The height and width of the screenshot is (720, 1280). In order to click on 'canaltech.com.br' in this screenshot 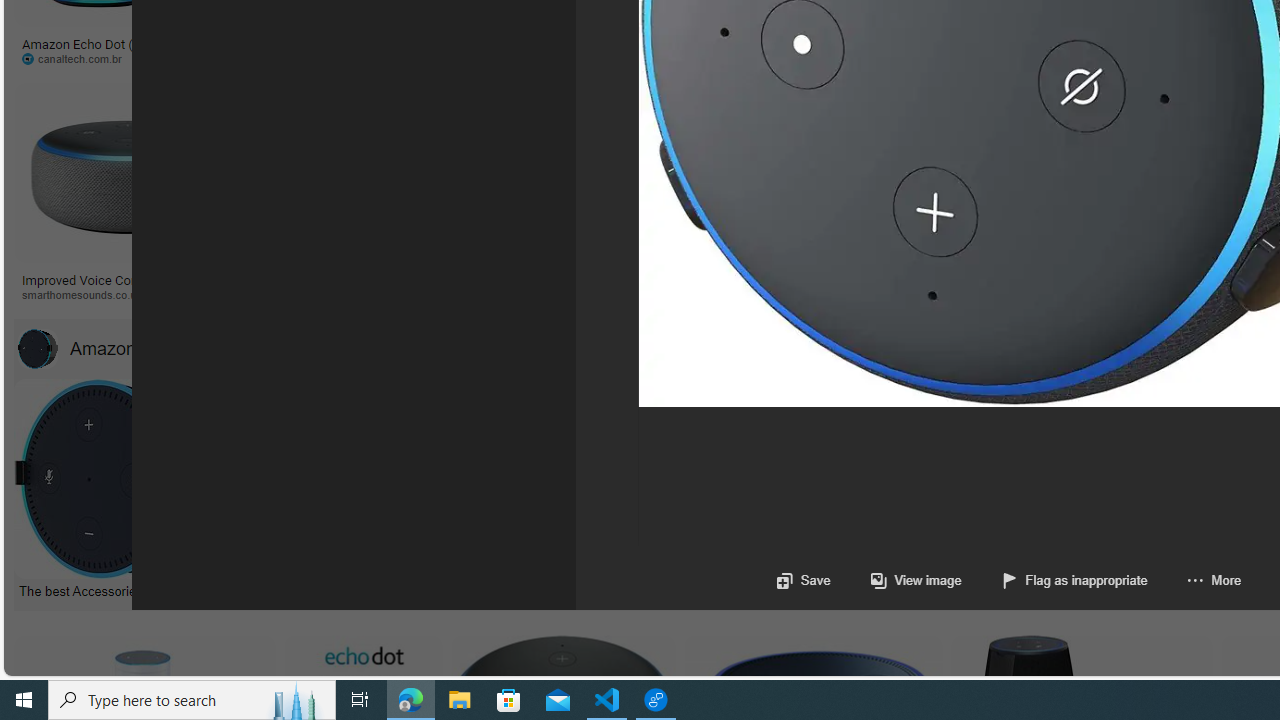, I will do `click(78, 57)`.